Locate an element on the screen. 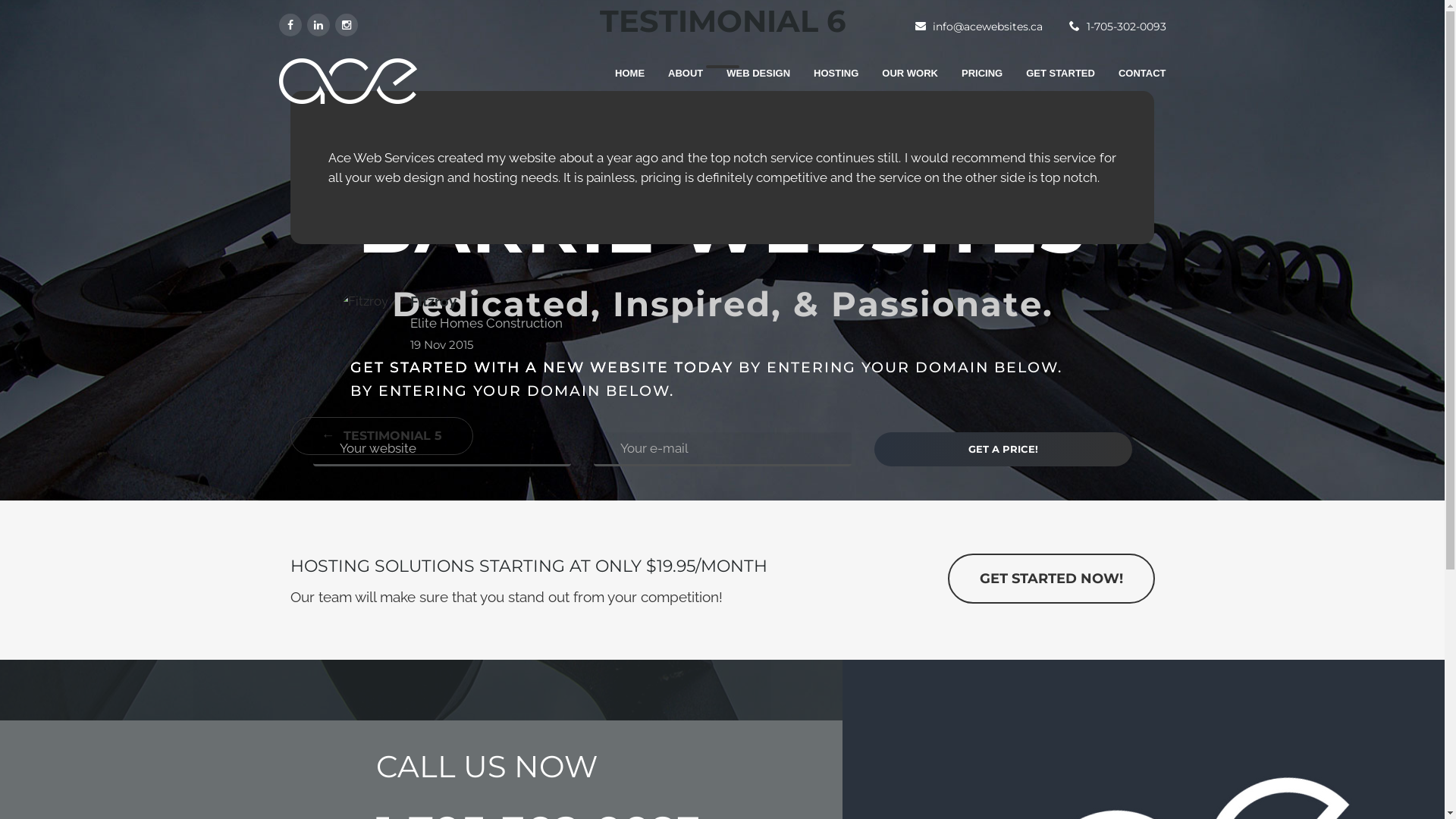 The height and width of the screenshot is (819, 1456). 'GET STARTED' is located at coordinates (1003, 81).